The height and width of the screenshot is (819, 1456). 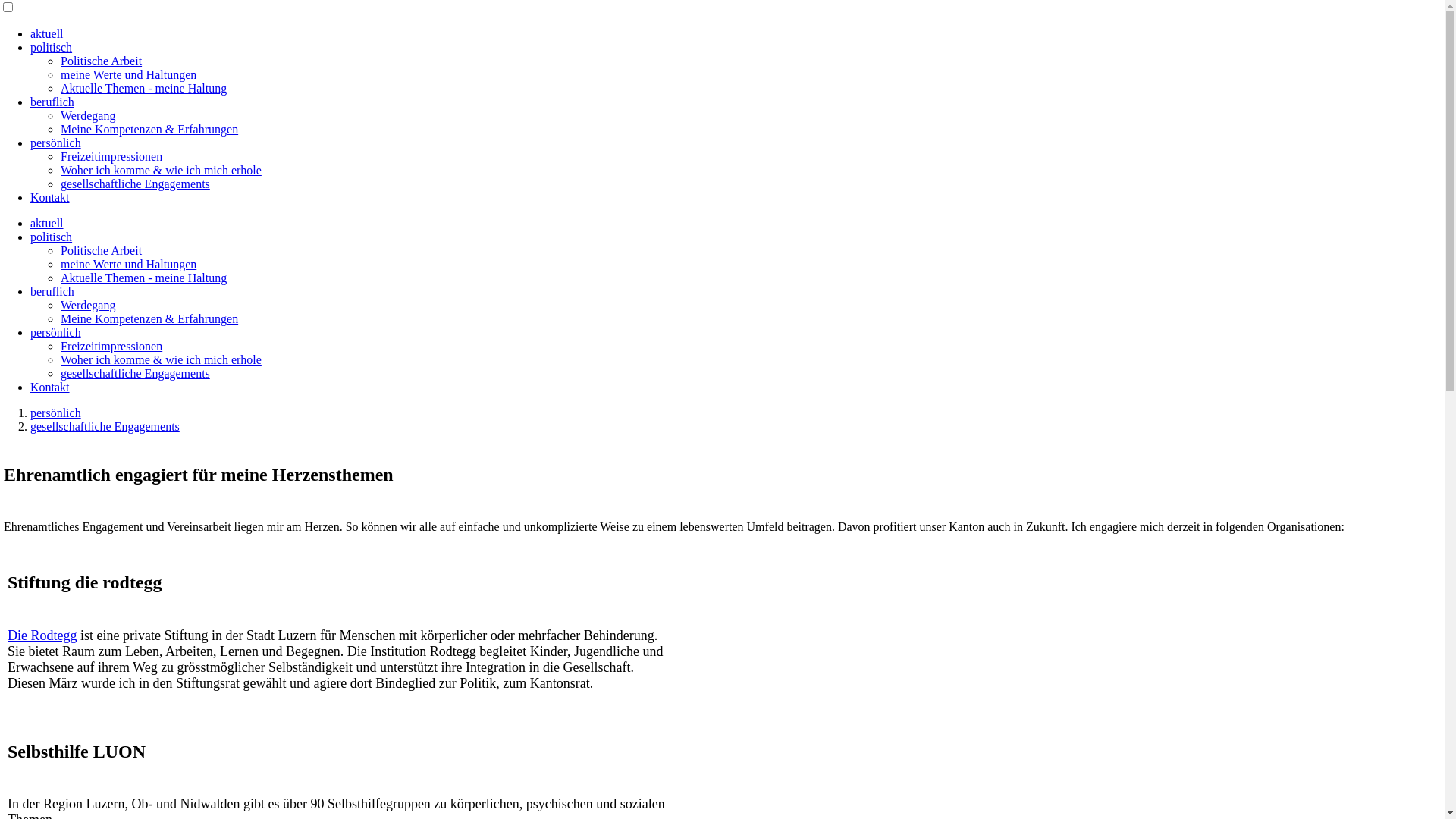 I want to click on 'beruflich', so click(x=52, y=291).